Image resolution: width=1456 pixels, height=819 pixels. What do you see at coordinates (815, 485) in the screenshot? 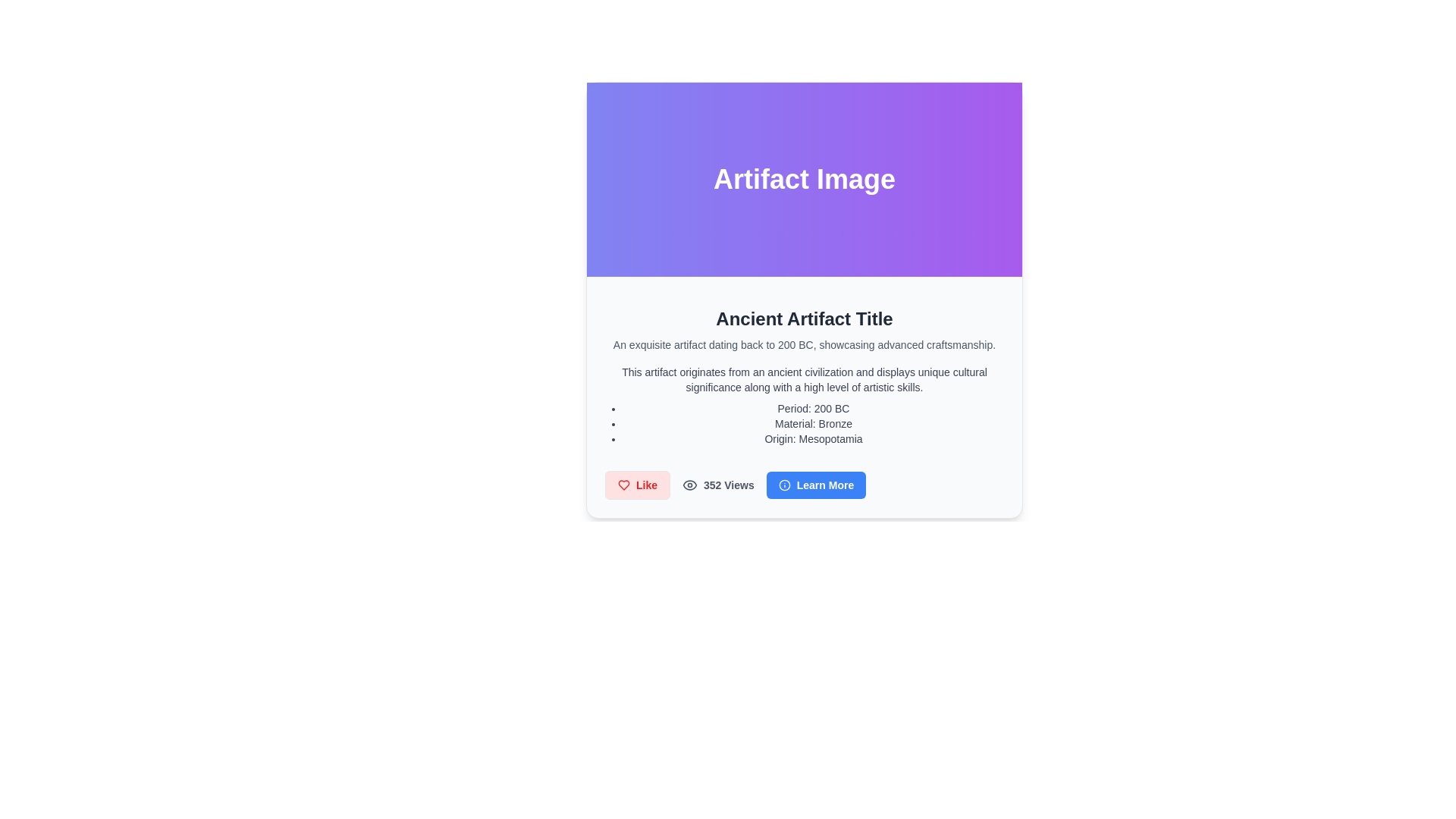
I see `the 'Learn More' button` at bounding box center [815, 485].